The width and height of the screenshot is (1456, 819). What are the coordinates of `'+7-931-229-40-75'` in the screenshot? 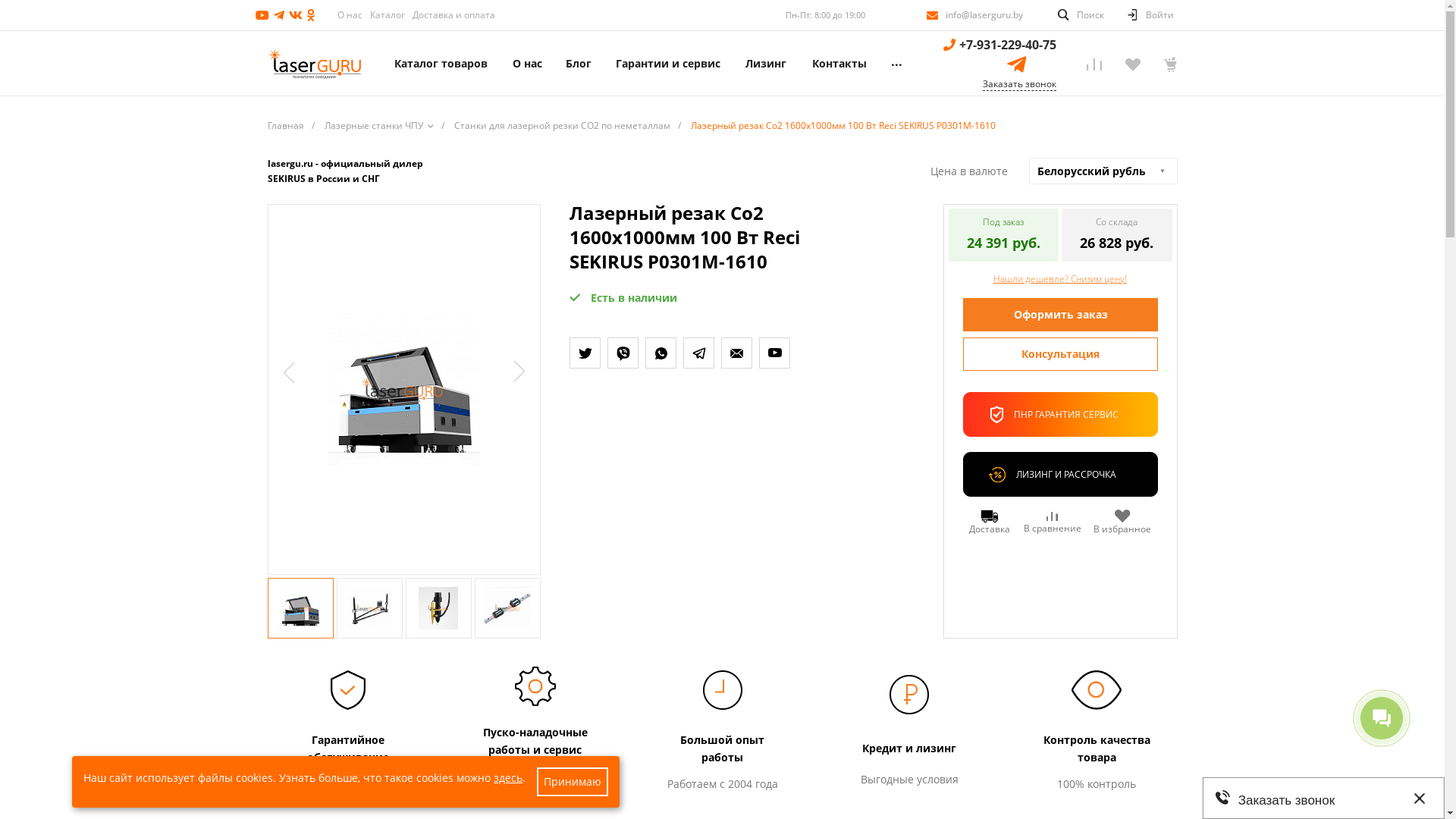 It's located at (1007, 43).